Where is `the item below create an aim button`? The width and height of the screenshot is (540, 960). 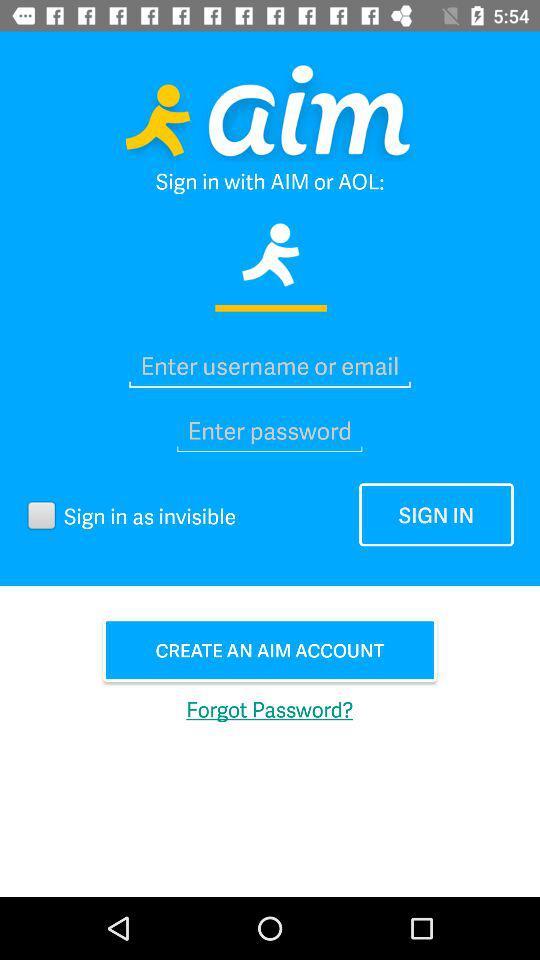 the item below create an aim button is located at coordinates (269, 709).